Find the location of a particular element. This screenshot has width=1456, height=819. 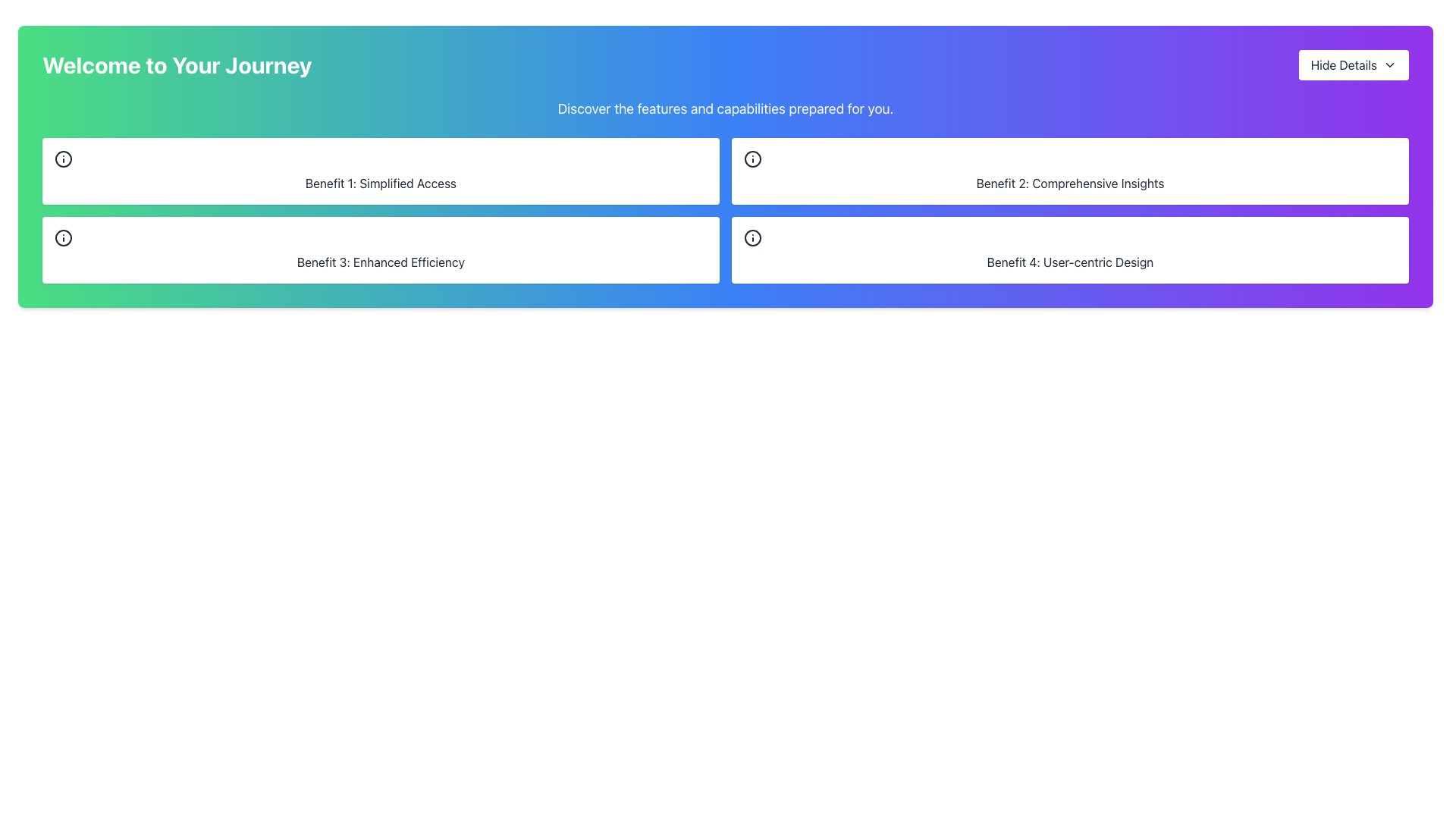

text content of the label displaying 'Benefit 3: Enhanced Efficiency' which is located in the third card of a vertically arranged card layout is located at coordinates (381, 262).